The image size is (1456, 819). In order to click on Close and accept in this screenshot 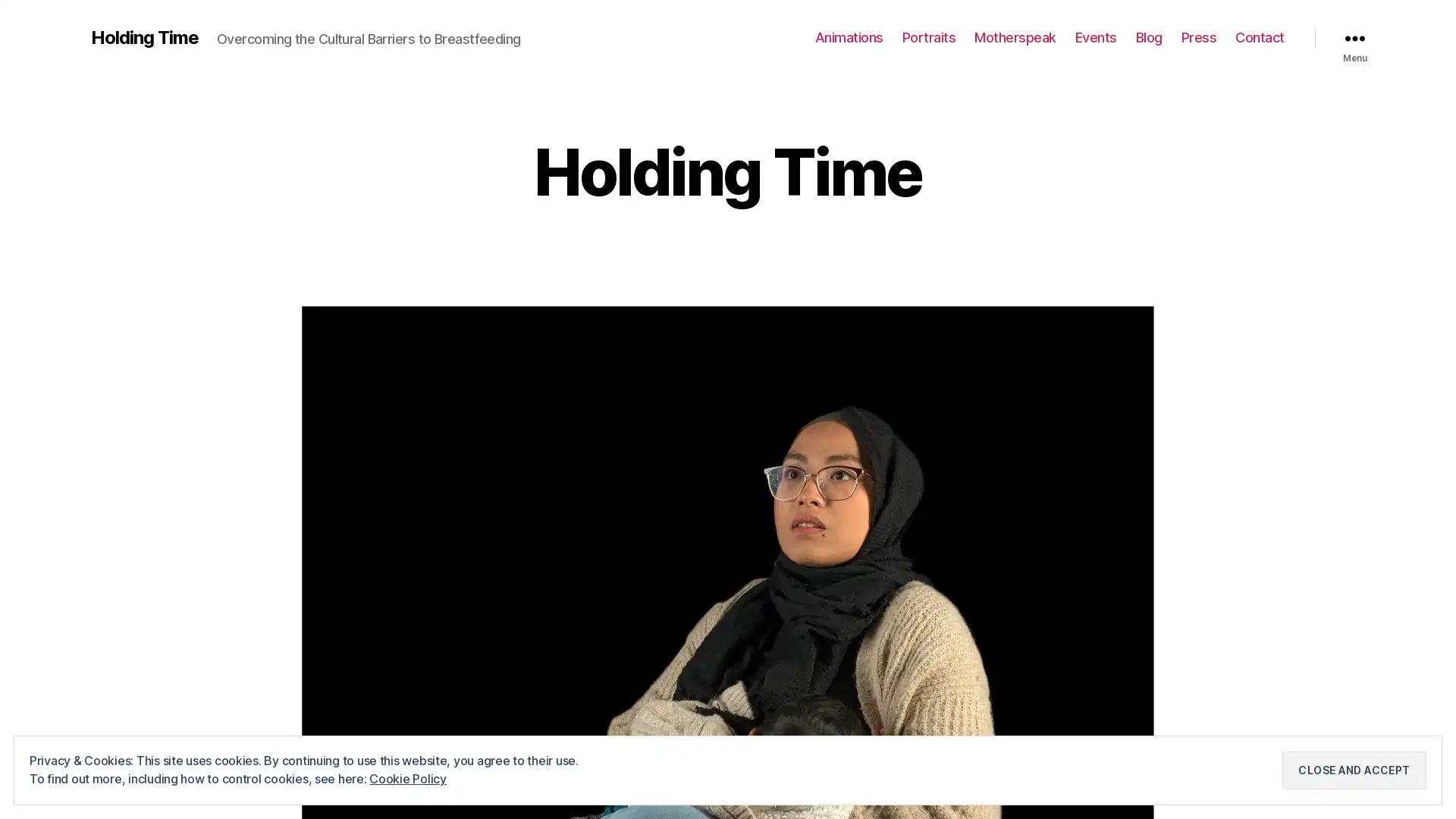, I will do `click(1354, 770)`.